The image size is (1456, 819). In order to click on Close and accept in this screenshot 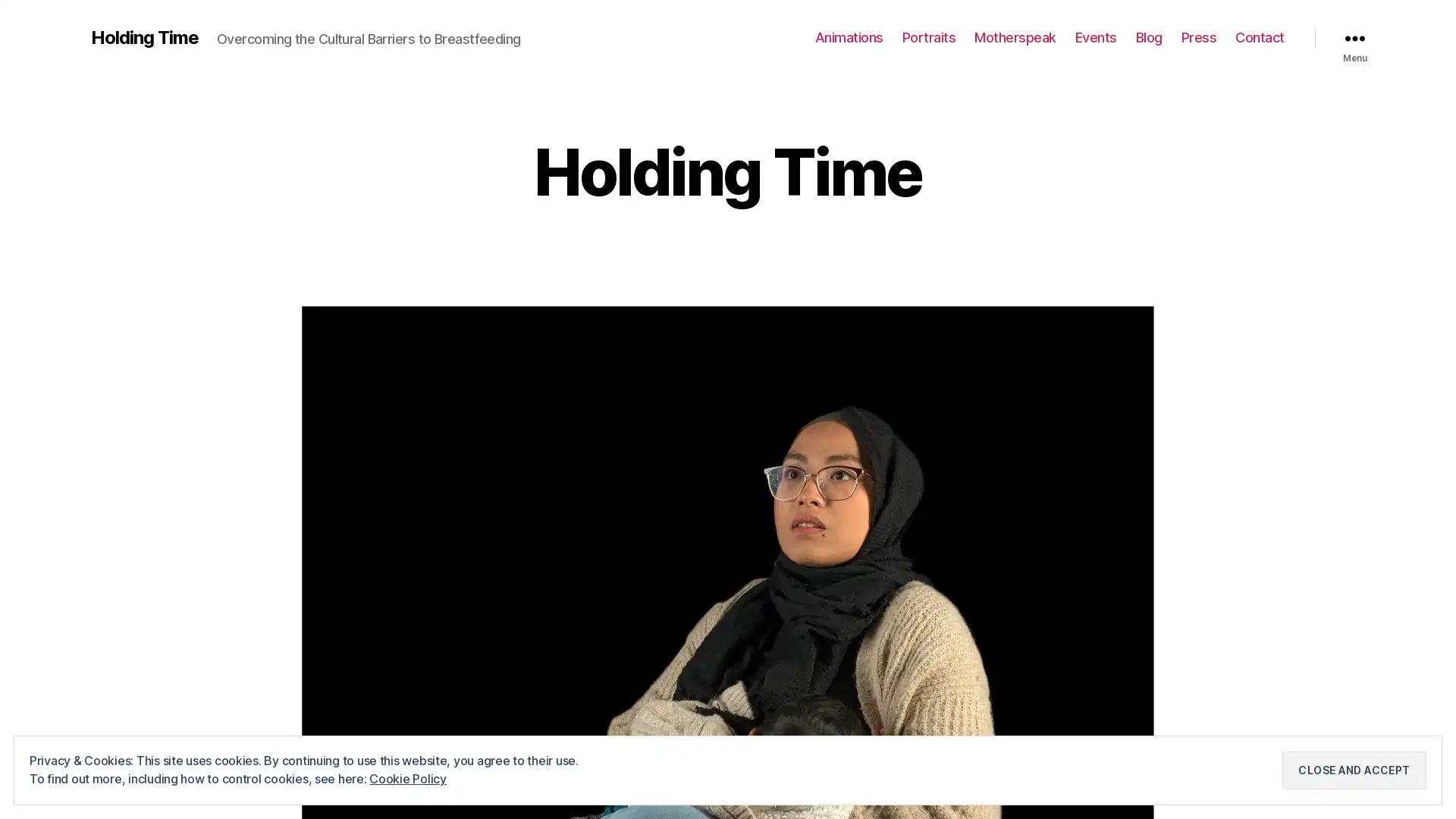, I will do `click(1354, 770)`.